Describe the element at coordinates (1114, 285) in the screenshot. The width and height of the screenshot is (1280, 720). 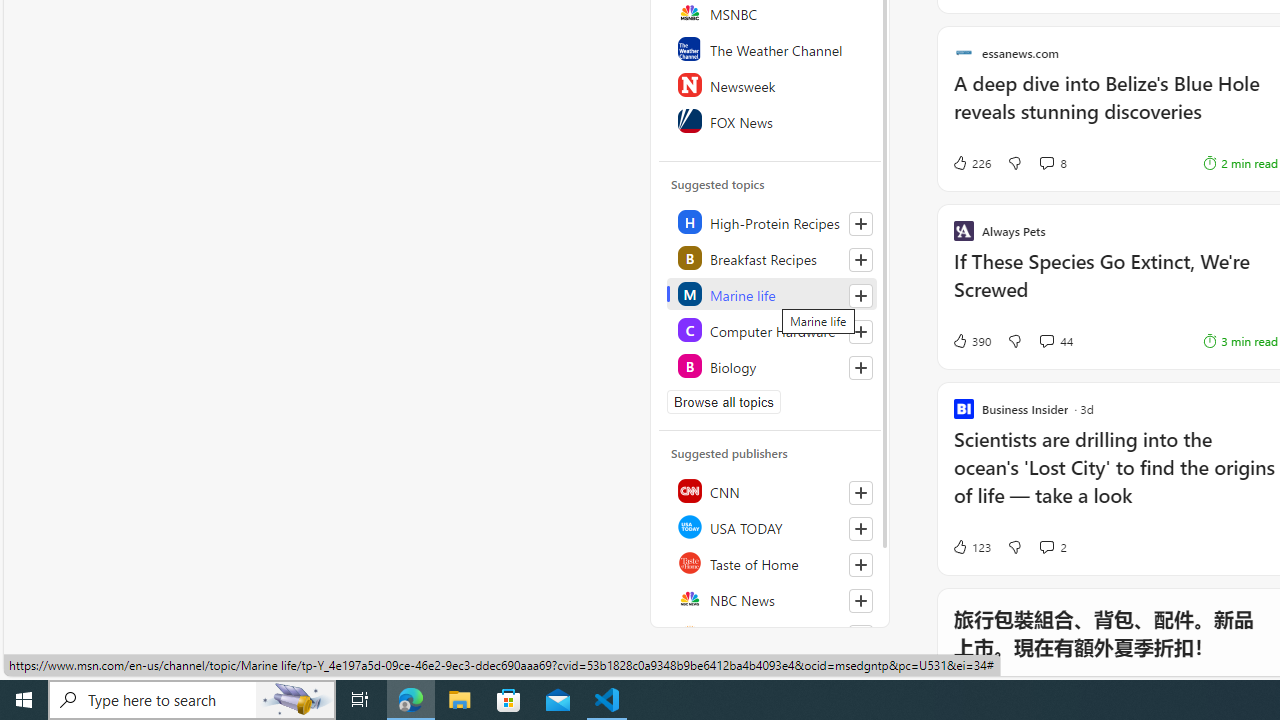
I see `'If These Species Go Extinct, We'` at that location.